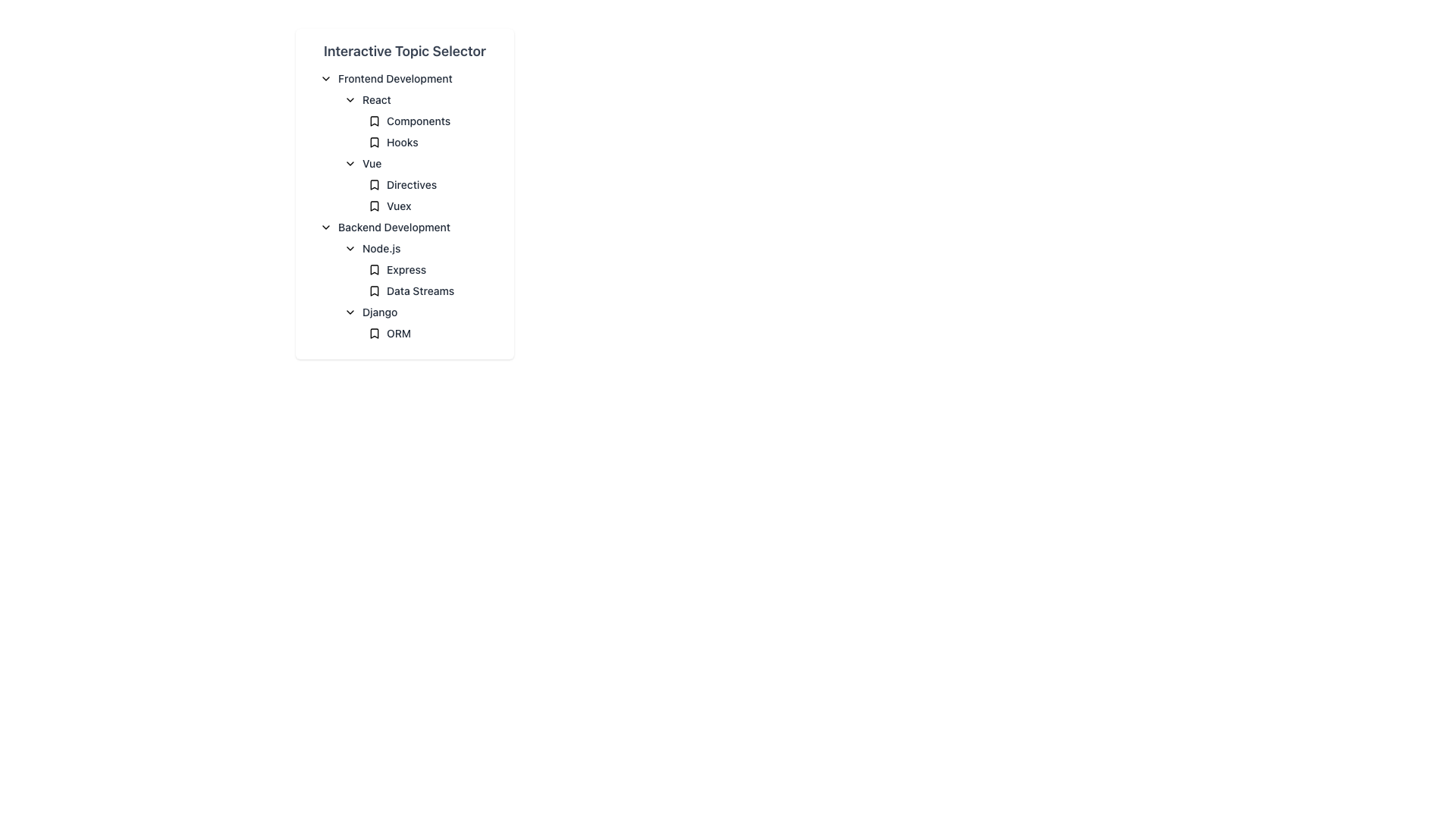 This screenshot has width=1456, height=819. I want to click on the clickable icon to the left of the 'Node.js' text in the 'Backend Development' section, so click(349, 247).